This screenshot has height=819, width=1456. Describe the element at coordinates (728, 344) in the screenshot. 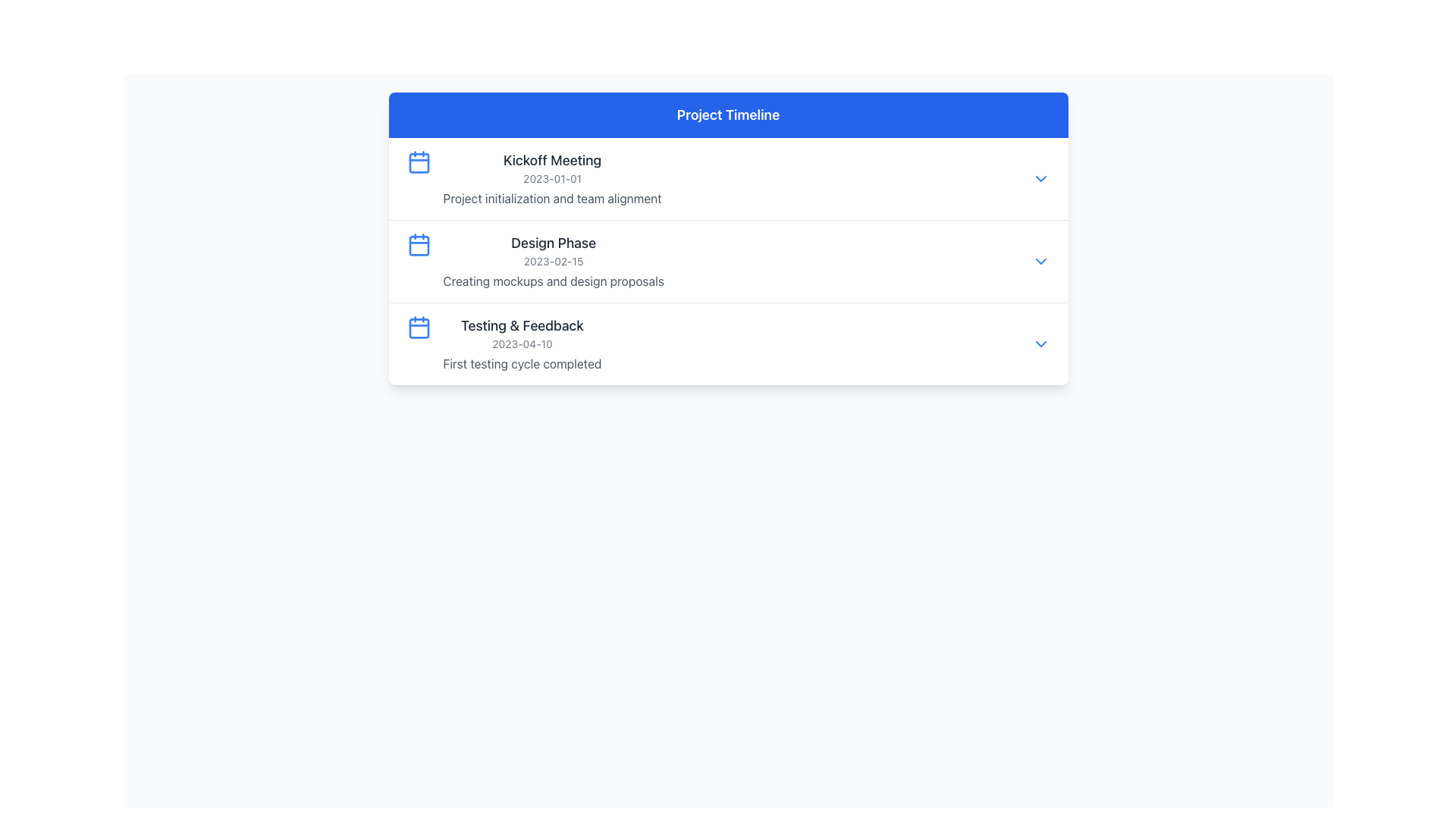

I see `the List Item or Timeline Event entry containing the title 'Testing & Feedback', date '2023-04-10', and description 'First testing cycle completed' in the 'Project Timeline' interface` at that location.